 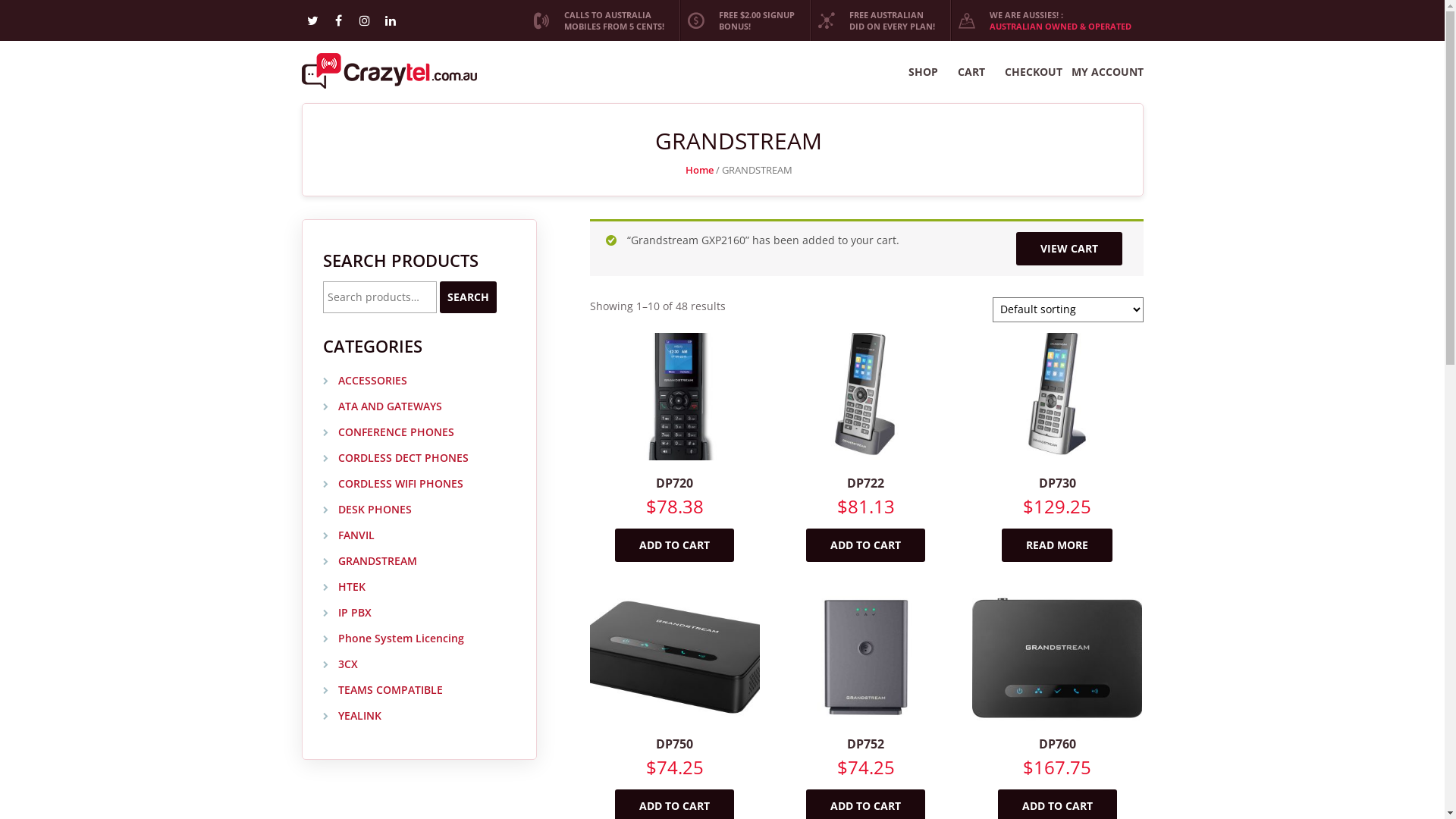 What do you see at coordinates (1056, 544) in the screenshot?
I see `'READ MORE'` at bounding box center [1056, 544].